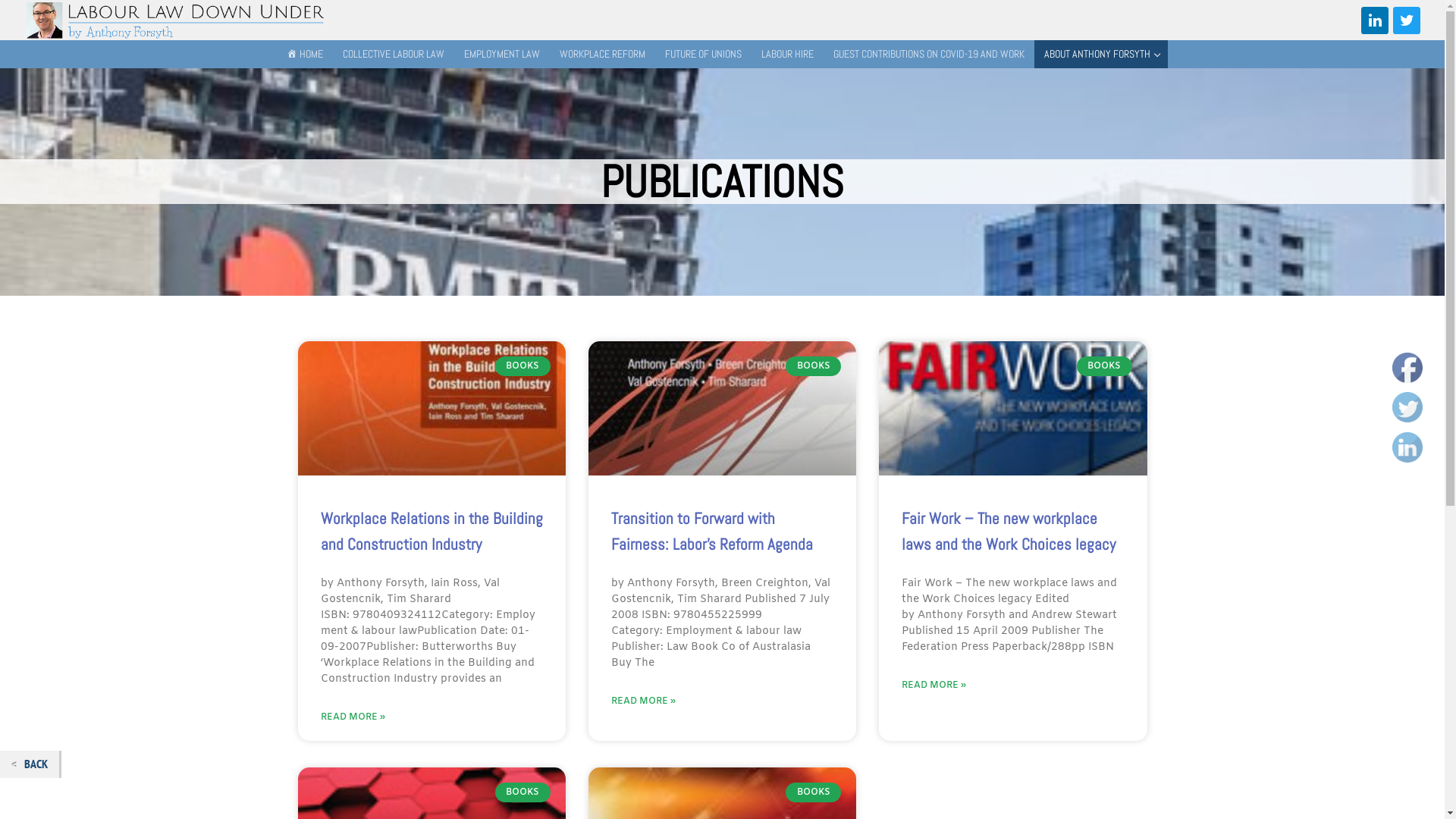  I want to click on 'HOME', so click(304, 54).